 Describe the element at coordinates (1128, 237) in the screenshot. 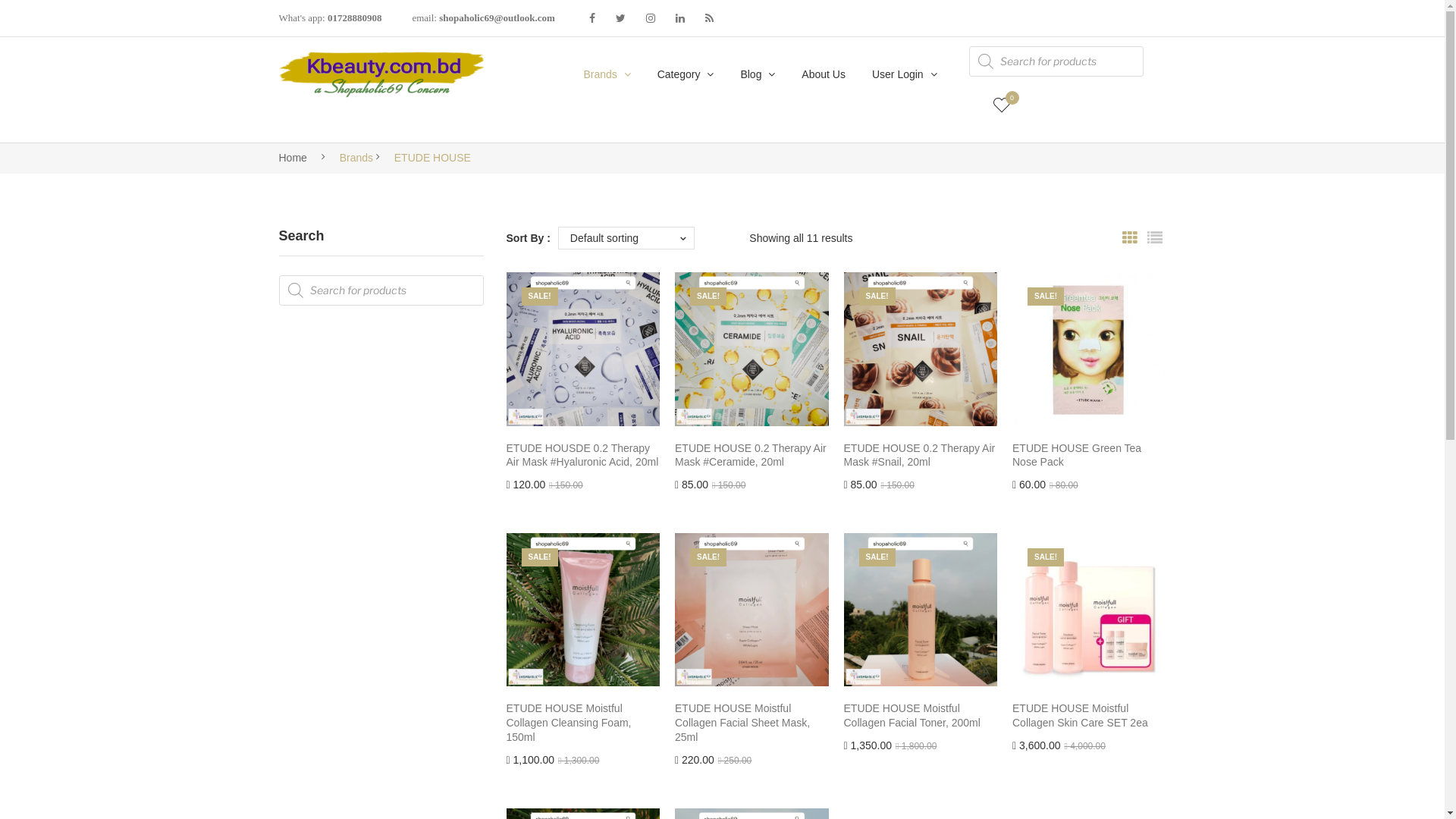

I see `'Grid'` at that location.